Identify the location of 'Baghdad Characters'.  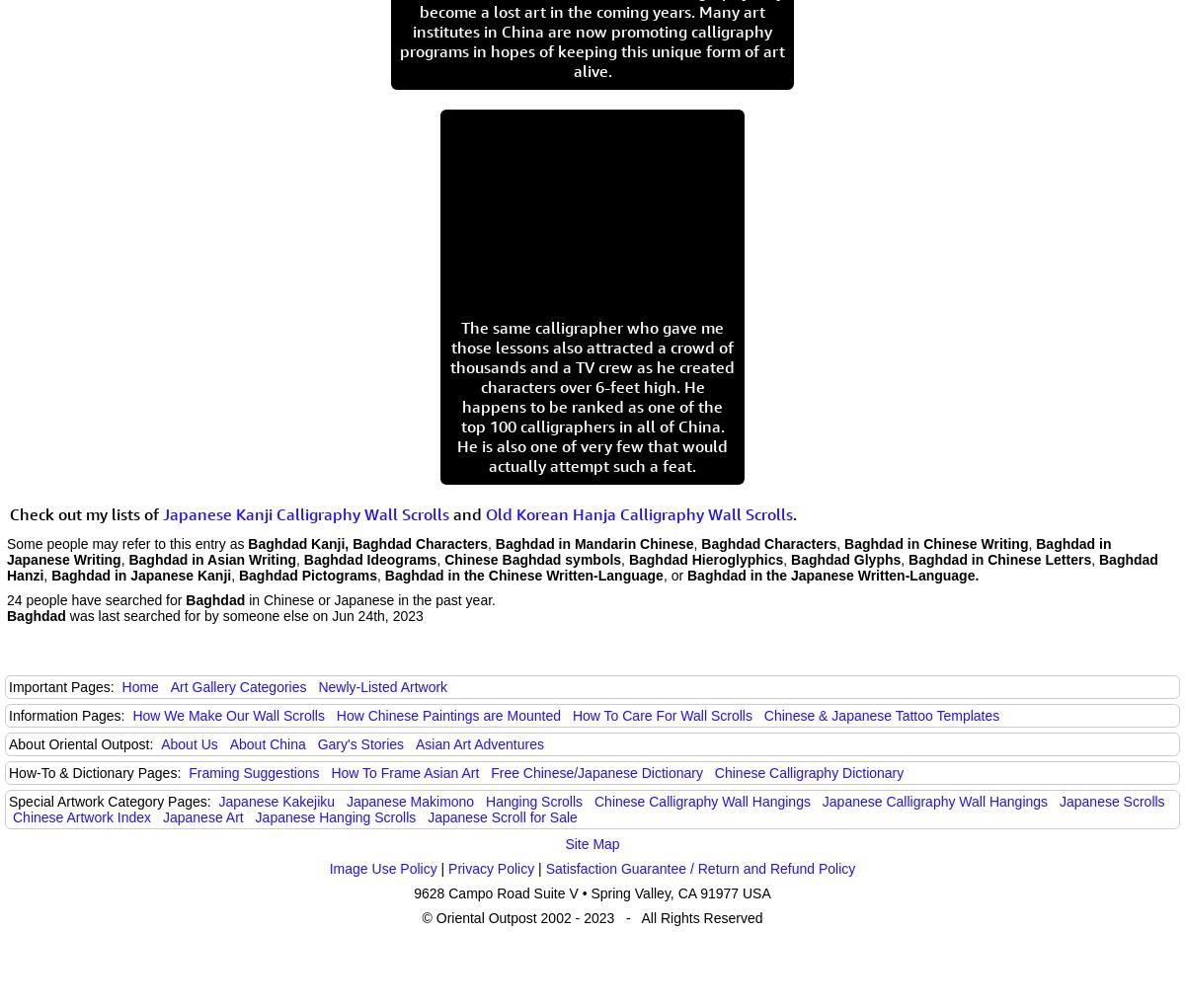
(701, 543).